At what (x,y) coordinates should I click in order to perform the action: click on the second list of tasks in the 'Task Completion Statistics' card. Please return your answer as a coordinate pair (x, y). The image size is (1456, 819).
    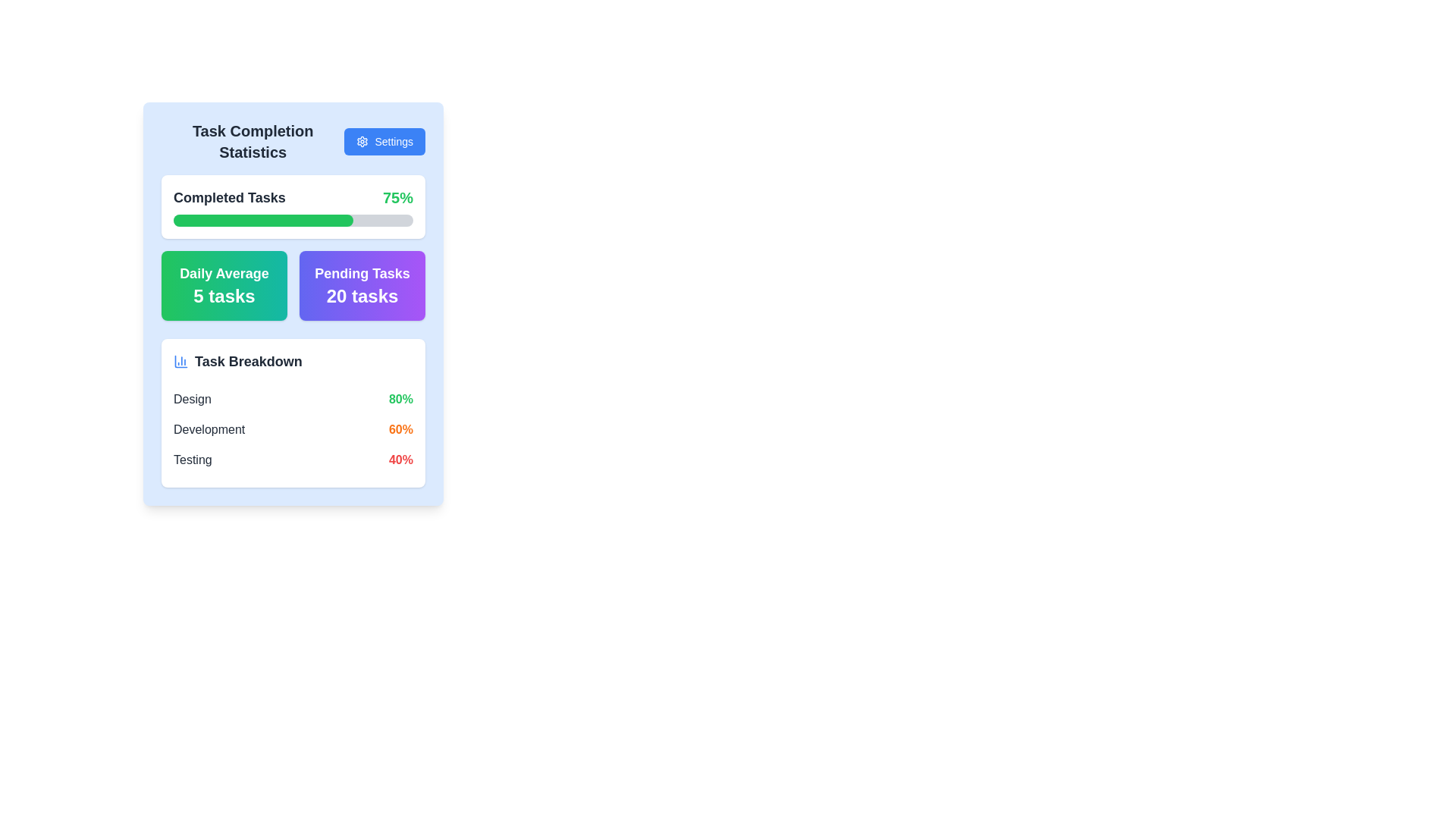
    Looking at the image, I should click on (293, 430).